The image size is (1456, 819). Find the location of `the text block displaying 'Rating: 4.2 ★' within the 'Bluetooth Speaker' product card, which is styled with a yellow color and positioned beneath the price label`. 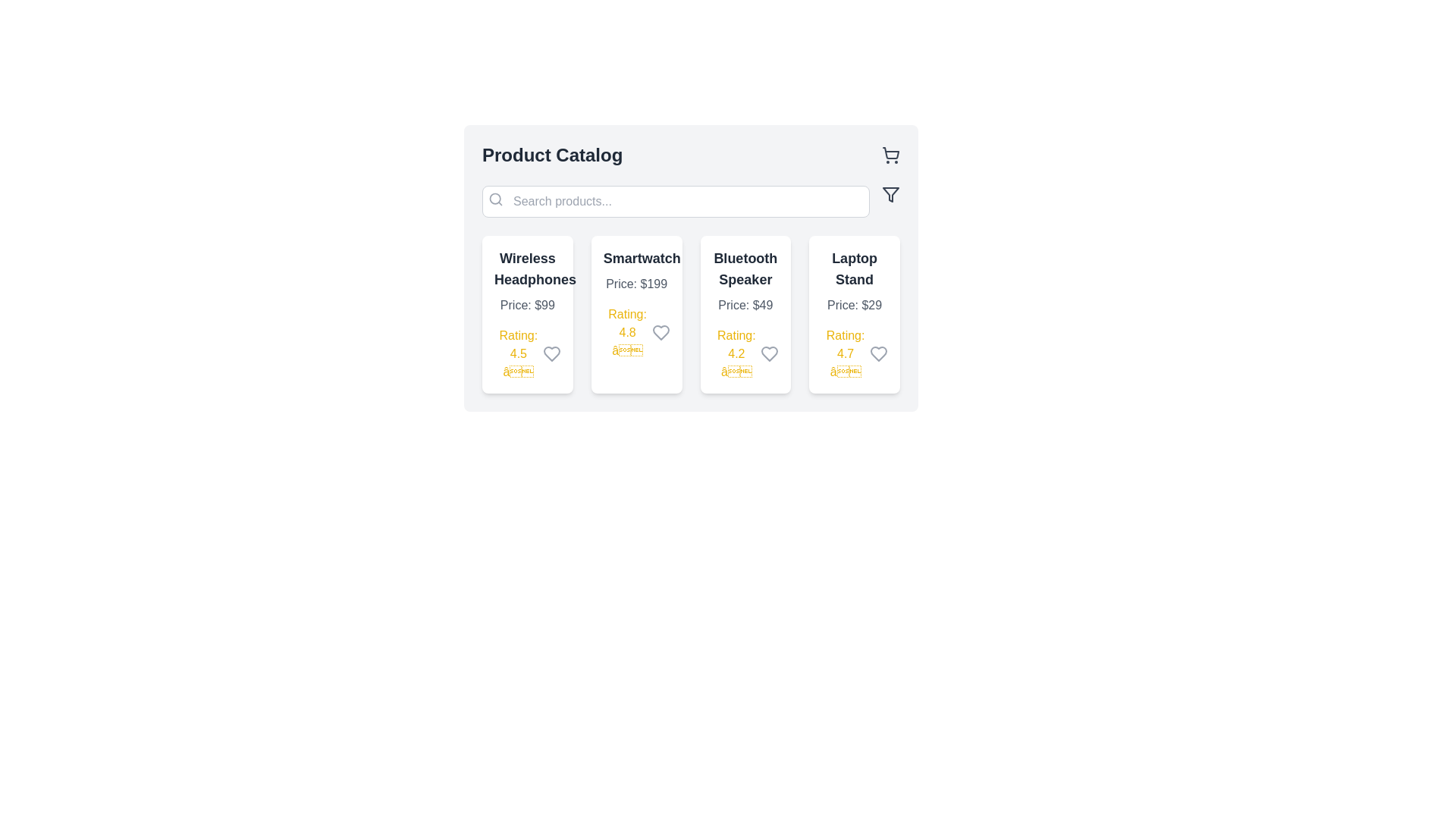

the text block displaying 'Rating: 4.2 ★' within the 'Bluetooth Speaker' product card, which is styled with a yellow color and positioned beneath the price label is located at coordinates (736, 353).